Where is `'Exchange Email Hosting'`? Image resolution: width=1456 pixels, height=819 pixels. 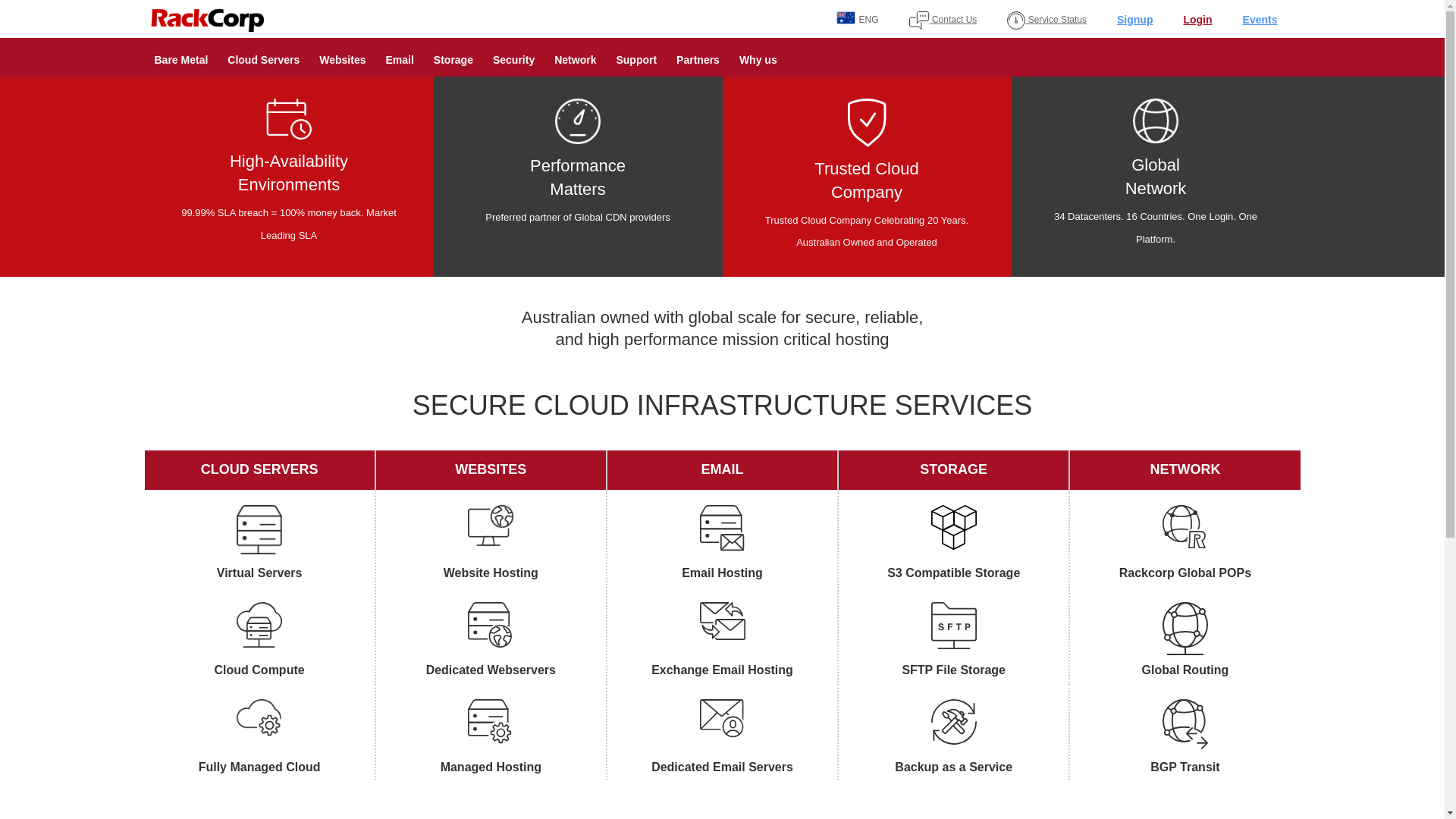 'Exchange Email Hosting' is located at coordinates (721, 639).